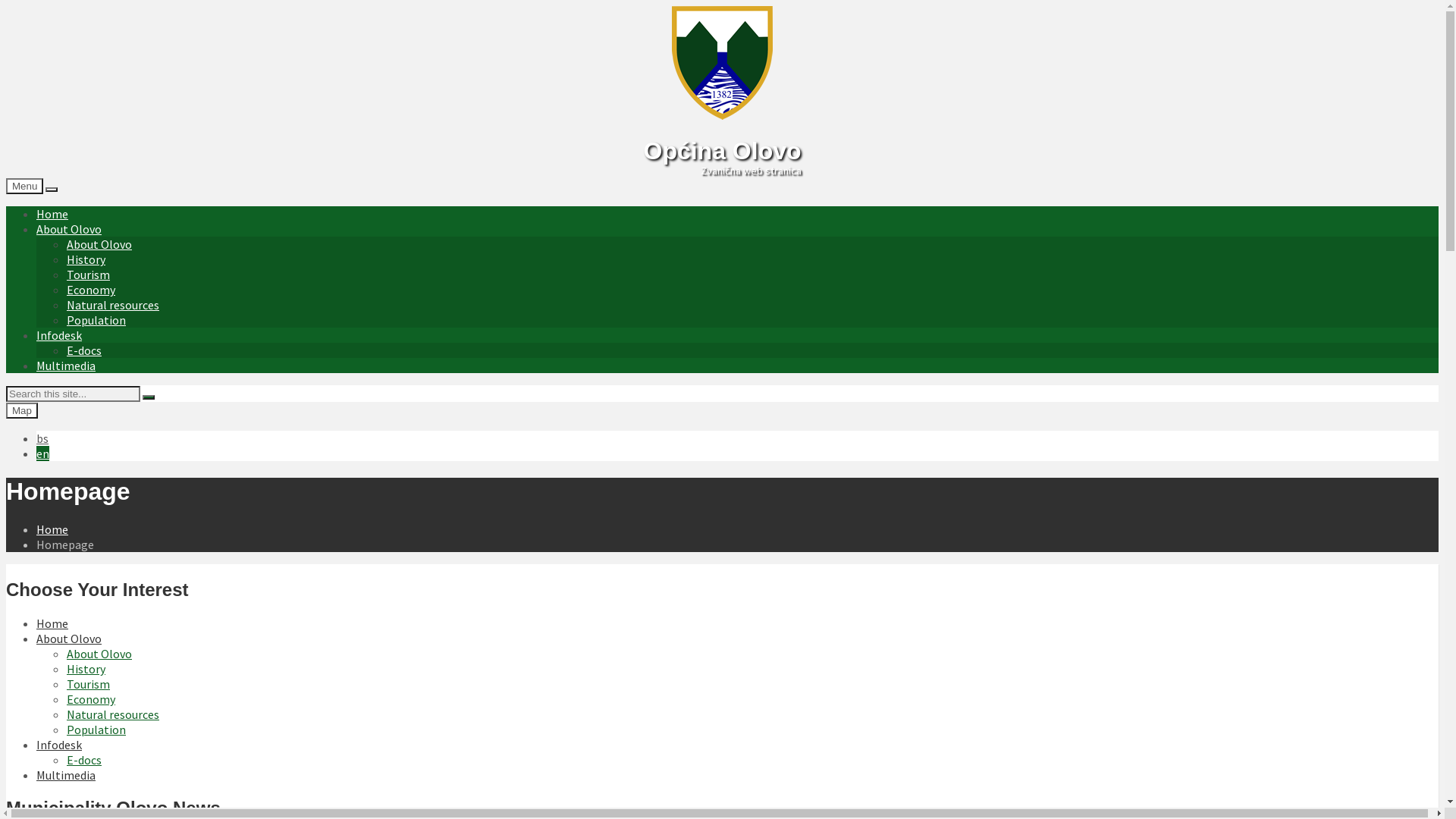  What do you see at coordinates (90, 698) in the screenshot?
I see `'Economy'` at bounding box center [90, 698].